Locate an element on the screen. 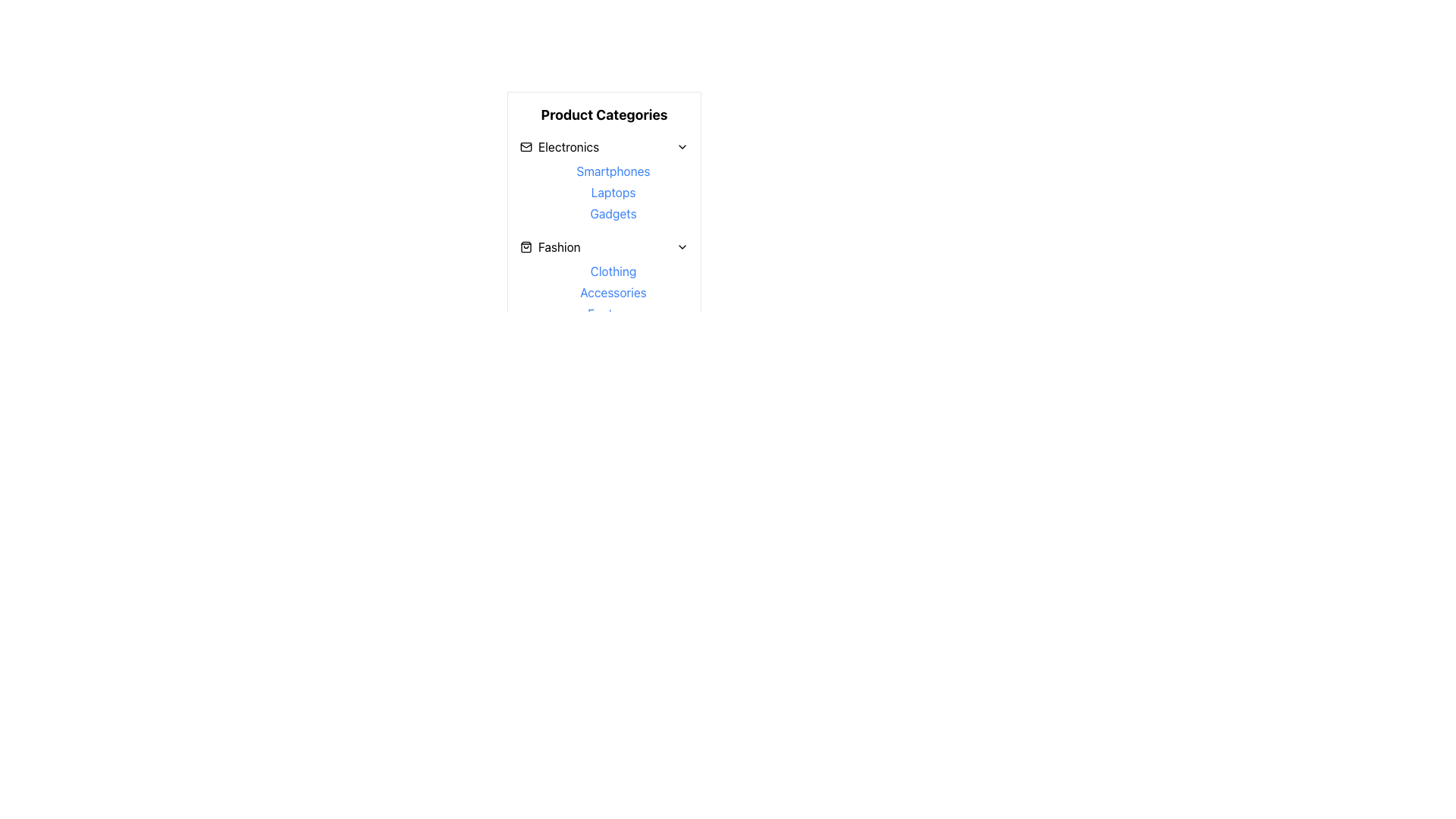 Image resolution: width=1456 pixels, height=819 pixels. the 'Smartphones' text label in the 'Electronics' category sidebar is located at coordinates (613, 171).